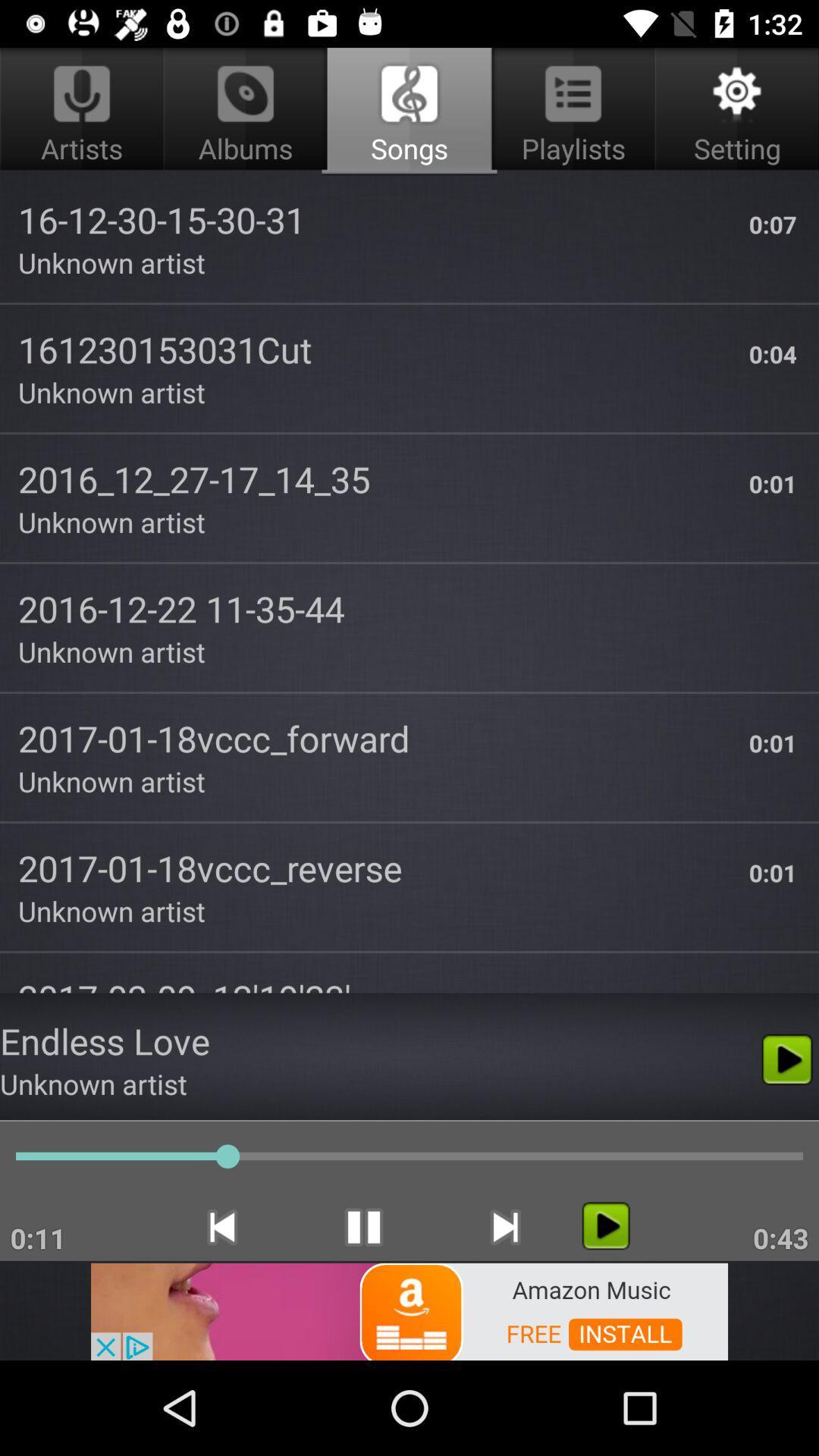 The image size is (819, 1456). What do you see at coordinates (409, 1310) in the screenshot?
I see `advertisement` at bounding box center [409, 1310].